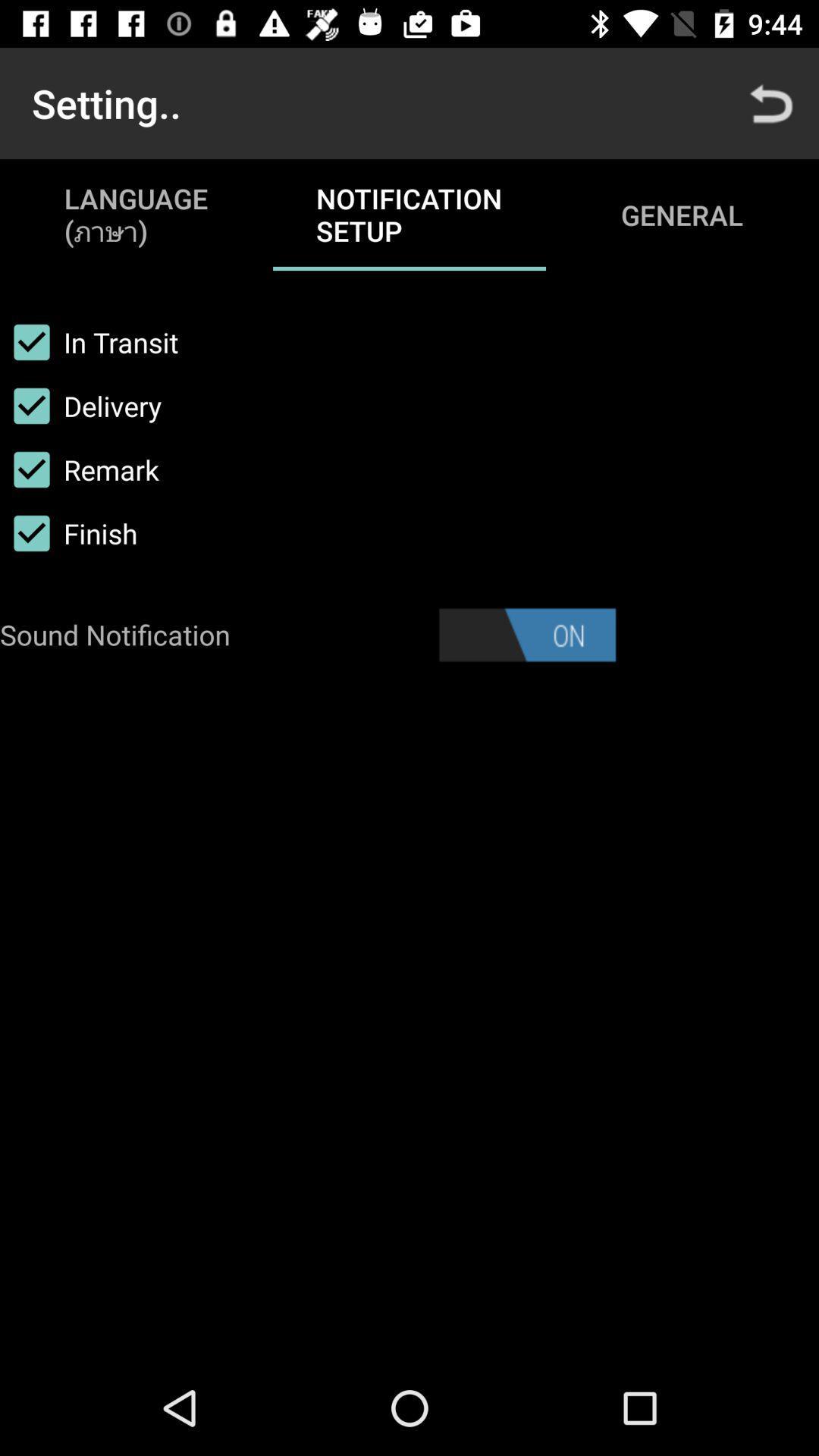 Image resolution: width=819 pixels, height=1456 pixels. I want to click on the icon to the right of notification, so click(771, 102).